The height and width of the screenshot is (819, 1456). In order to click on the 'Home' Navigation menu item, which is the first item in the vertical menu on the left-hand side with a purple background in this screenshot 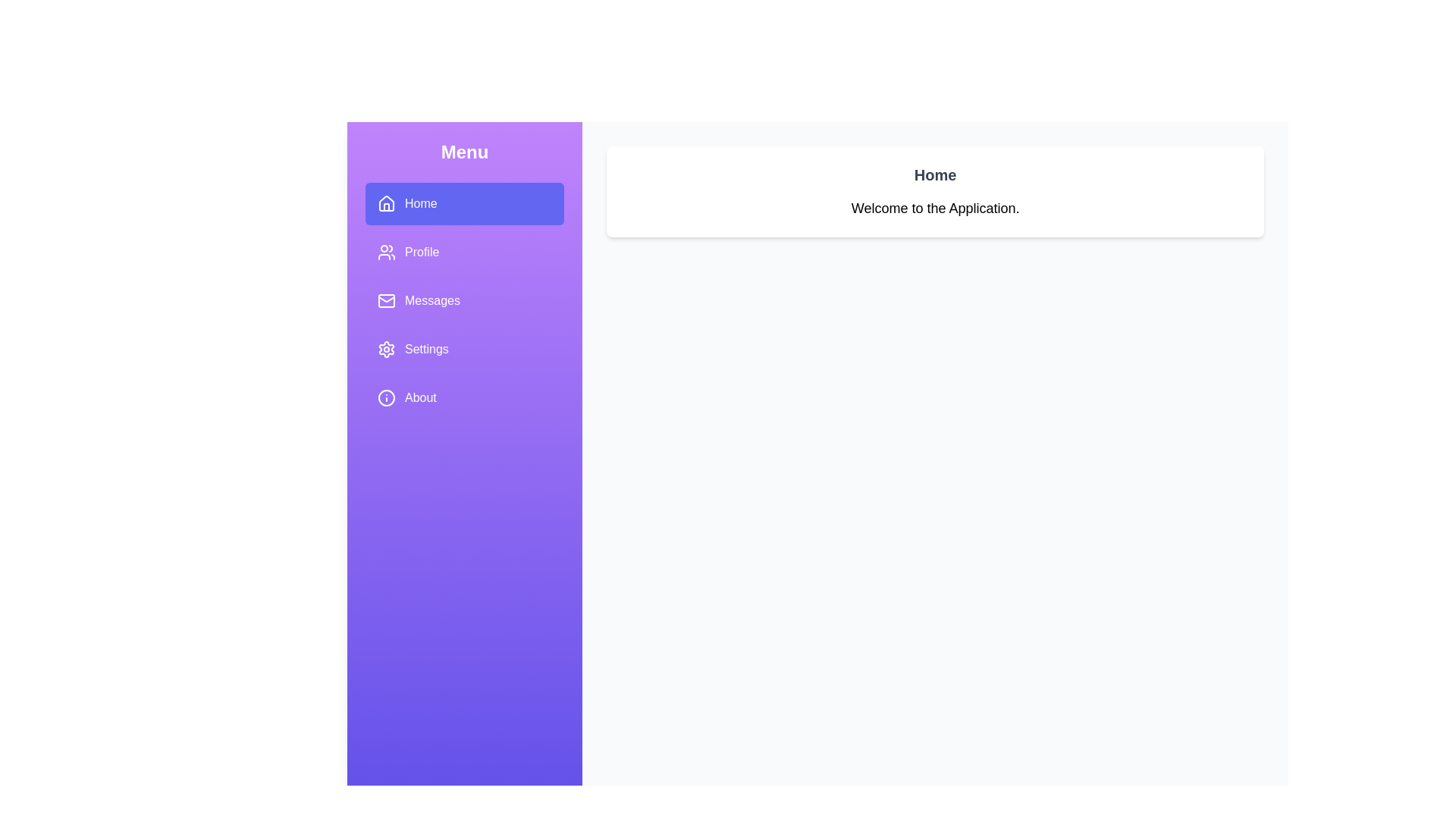, I will do `click(464, 203)`.